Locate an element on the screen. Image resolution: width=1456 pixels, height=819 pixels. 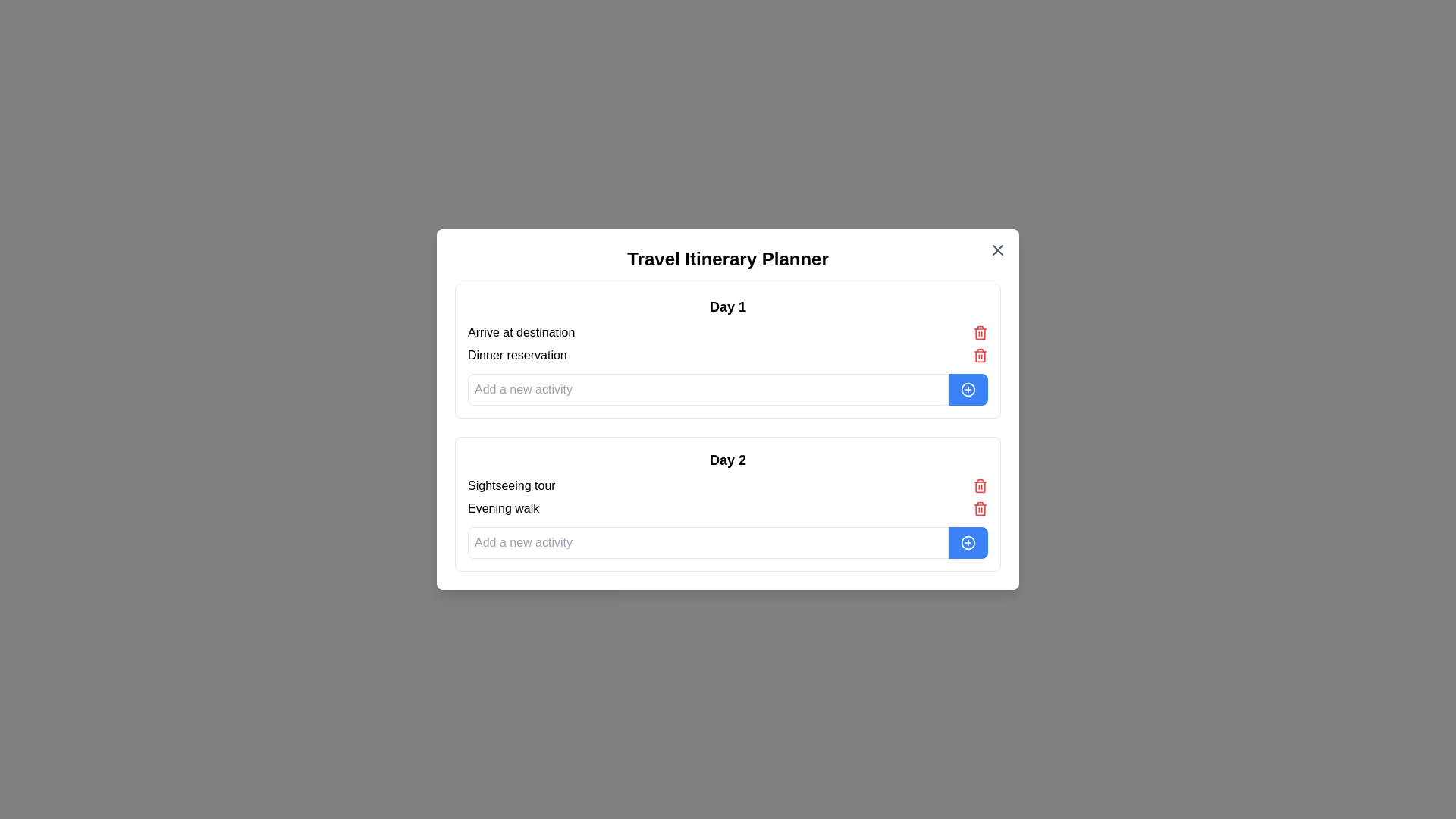
the delete icon button located in the 'Day 2' section of the 'Travel Itinerary Planner' interface is located at coordinates (980, 509).